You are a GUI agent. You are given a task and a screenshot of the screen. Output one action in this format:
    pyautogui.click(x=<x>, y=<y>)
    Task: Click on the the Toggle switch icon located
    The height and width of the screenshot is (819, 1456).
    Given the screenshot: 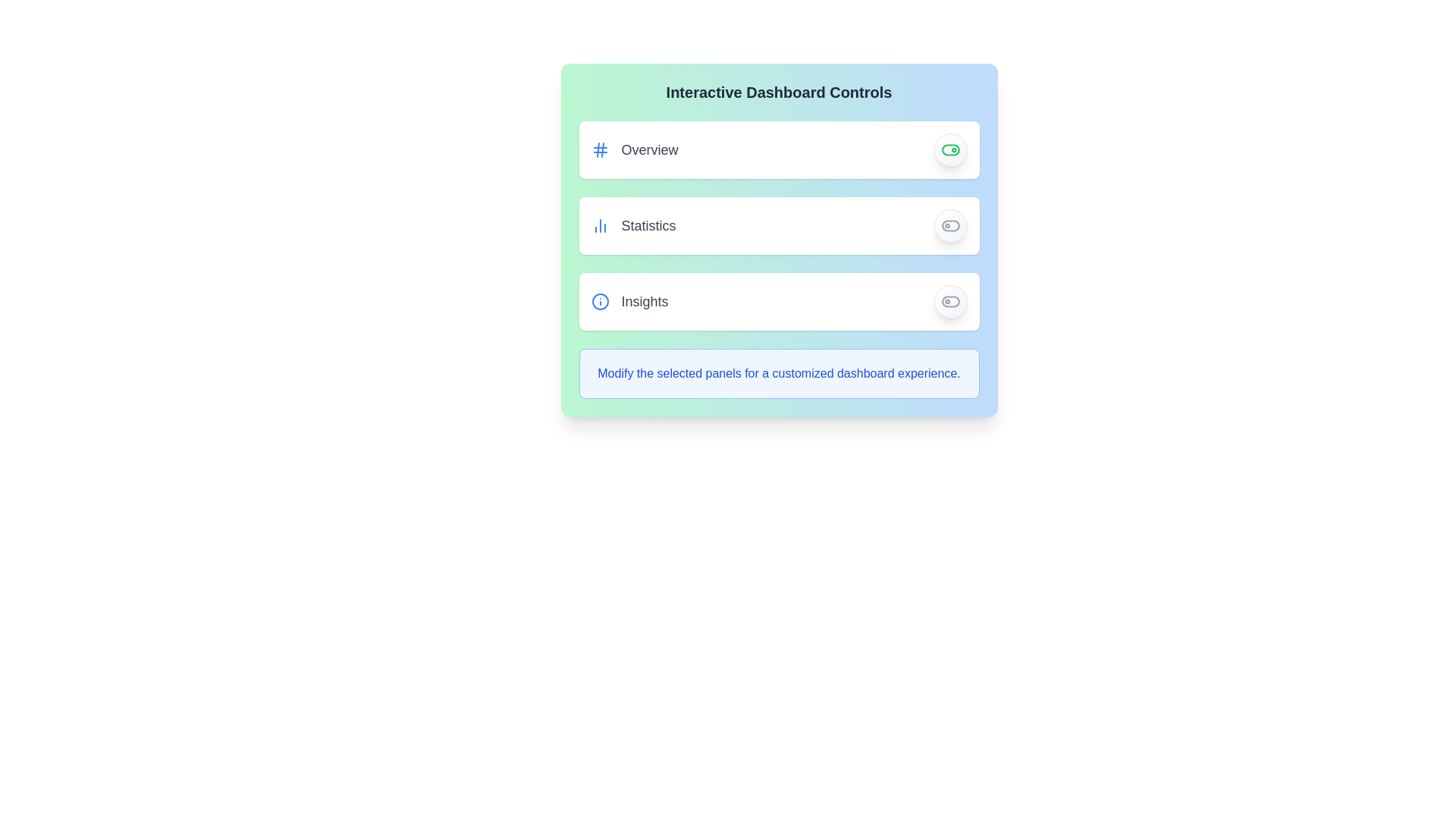 What is the action you would take?
    pyautogui.click(x=949, y=149)
    